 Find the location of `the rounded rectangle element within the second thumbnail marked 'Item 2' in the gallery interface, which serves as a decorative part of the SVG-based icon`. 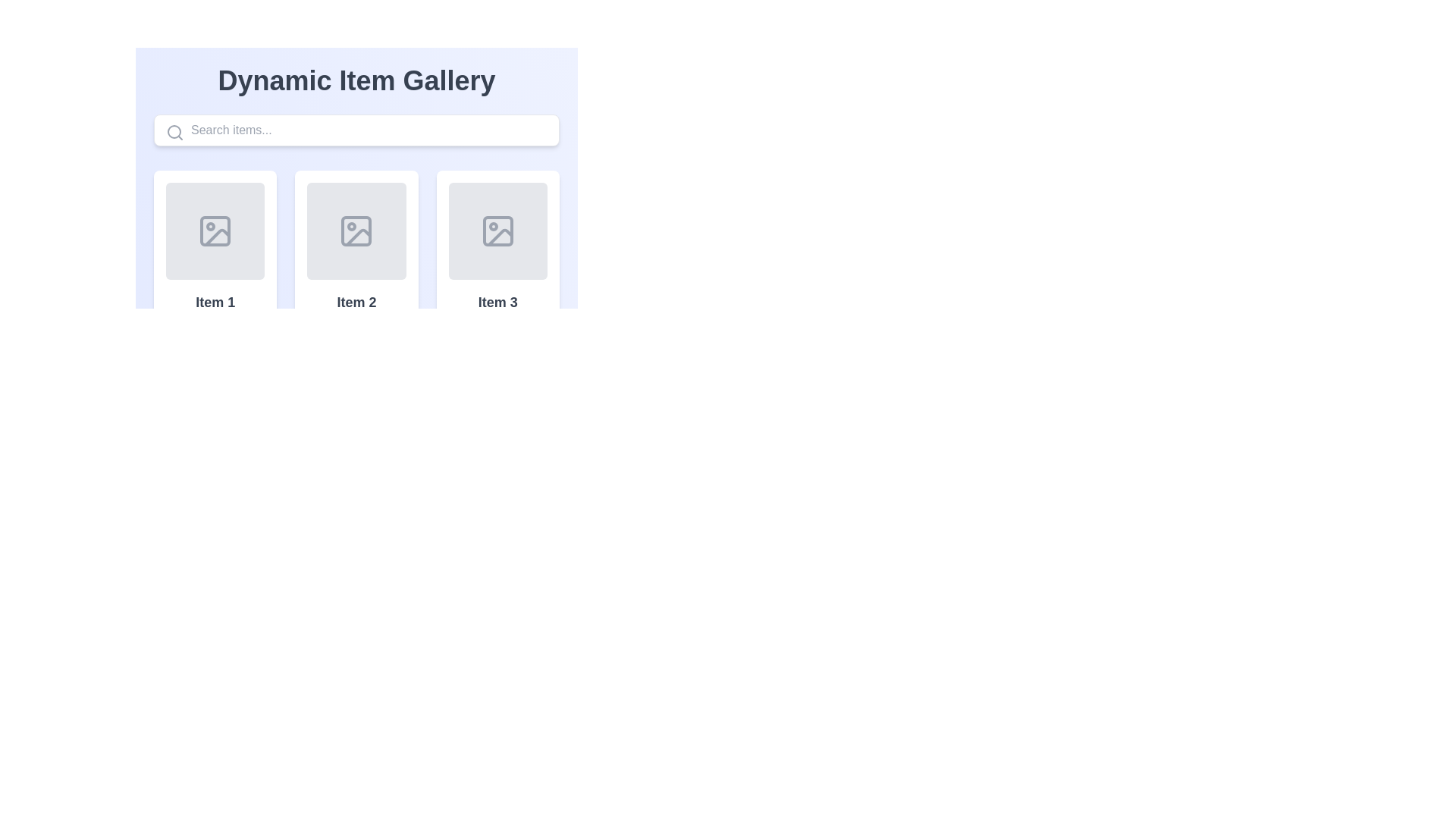

the rounded rectangle element within the second thumbnail marked 'Item 2' in the gallery interface, which serves as a decorative part of the SVG-based icon is located at coordinates (356, 231).